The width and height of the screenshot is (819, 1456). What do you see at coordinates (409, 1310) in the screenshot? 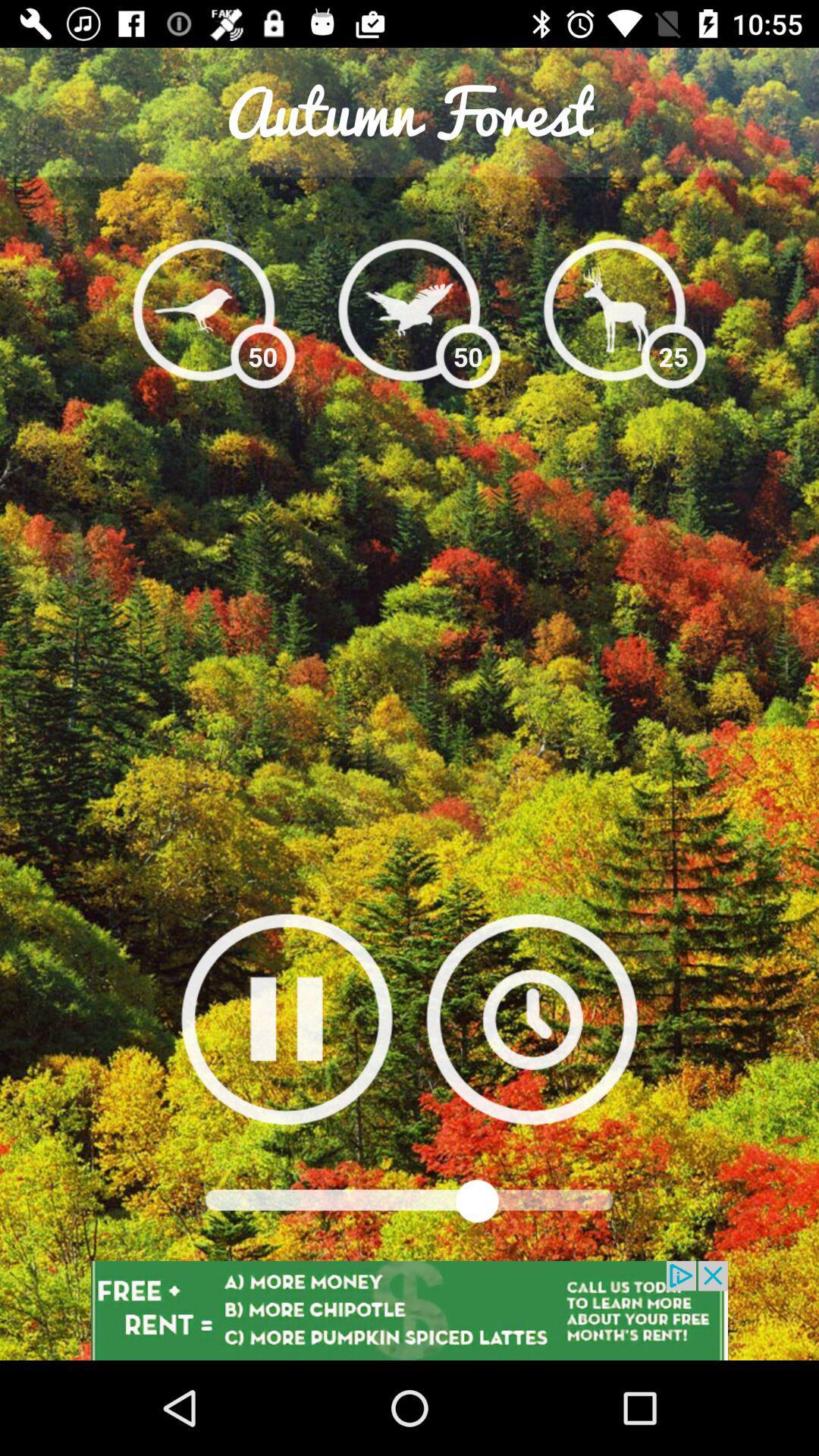
I see `click on free rent icon` at bounding box center [409, 1310].